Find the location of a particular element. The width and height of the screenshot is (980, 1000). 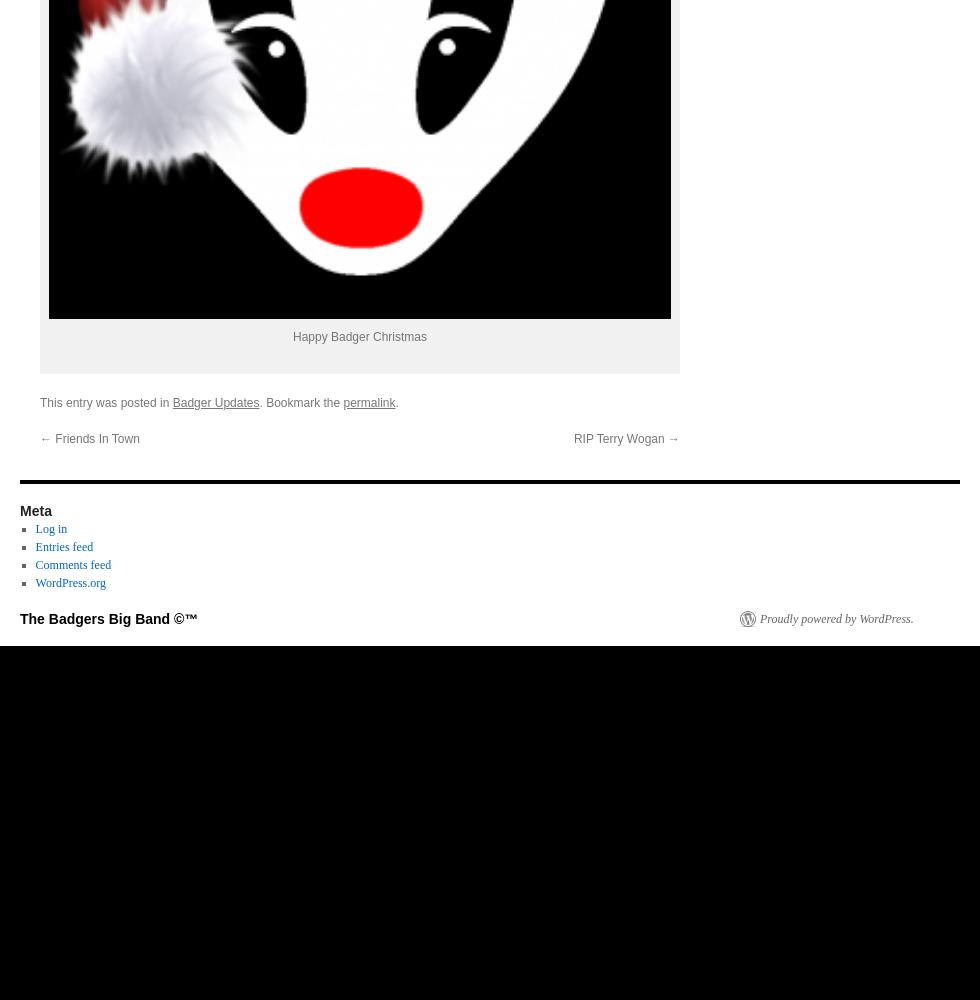

'.' is located at coordinates (396, 402).